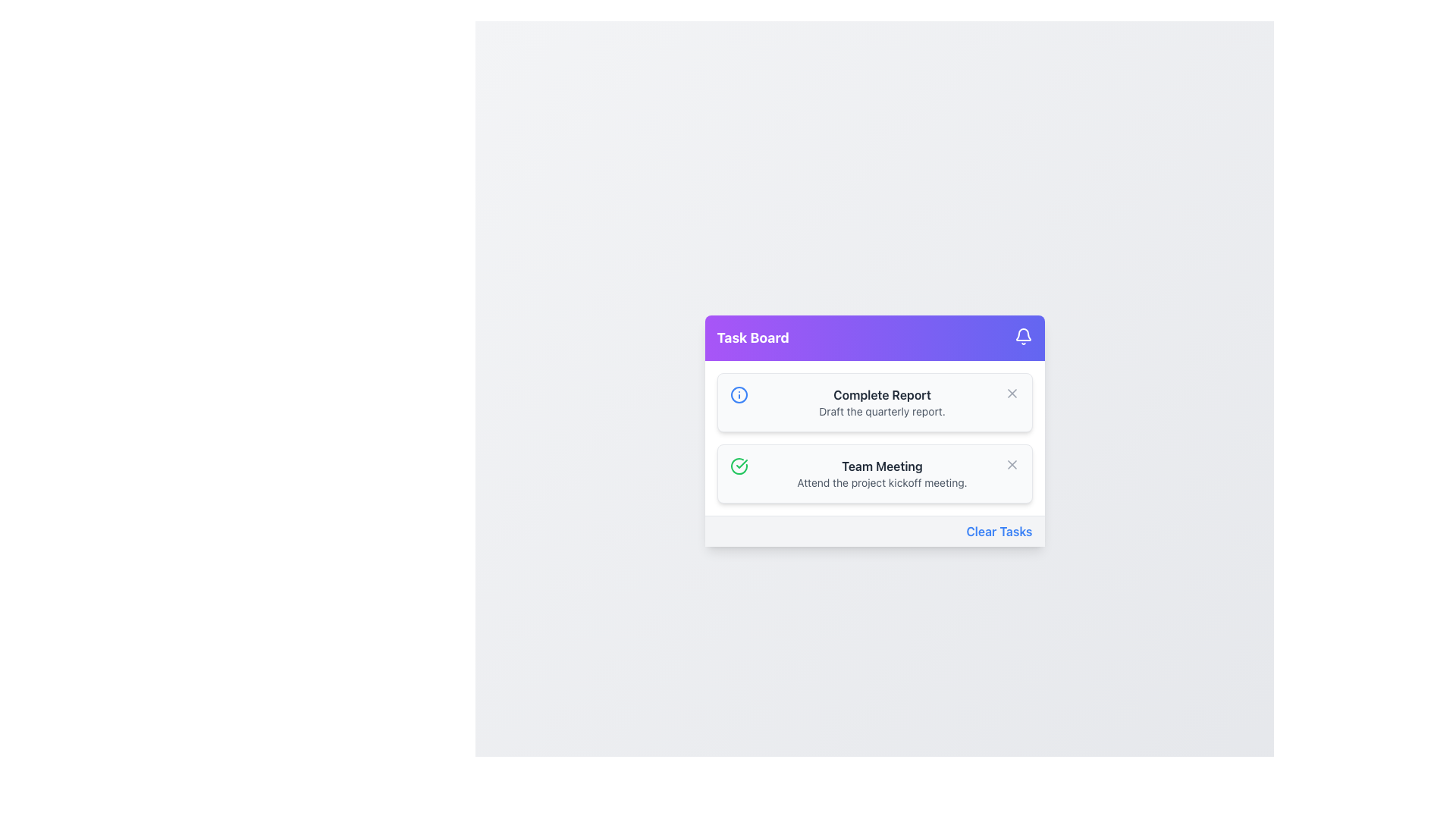 The image size is (1456, 819). Describe the element at coordinates (882, 482) in the screenshot. I see `the text snippet that reads 'Attend the project kickoff meeting.' which is styled in gray color and located within a task card interface, positioned below 'Team Meeting.'` at that location.